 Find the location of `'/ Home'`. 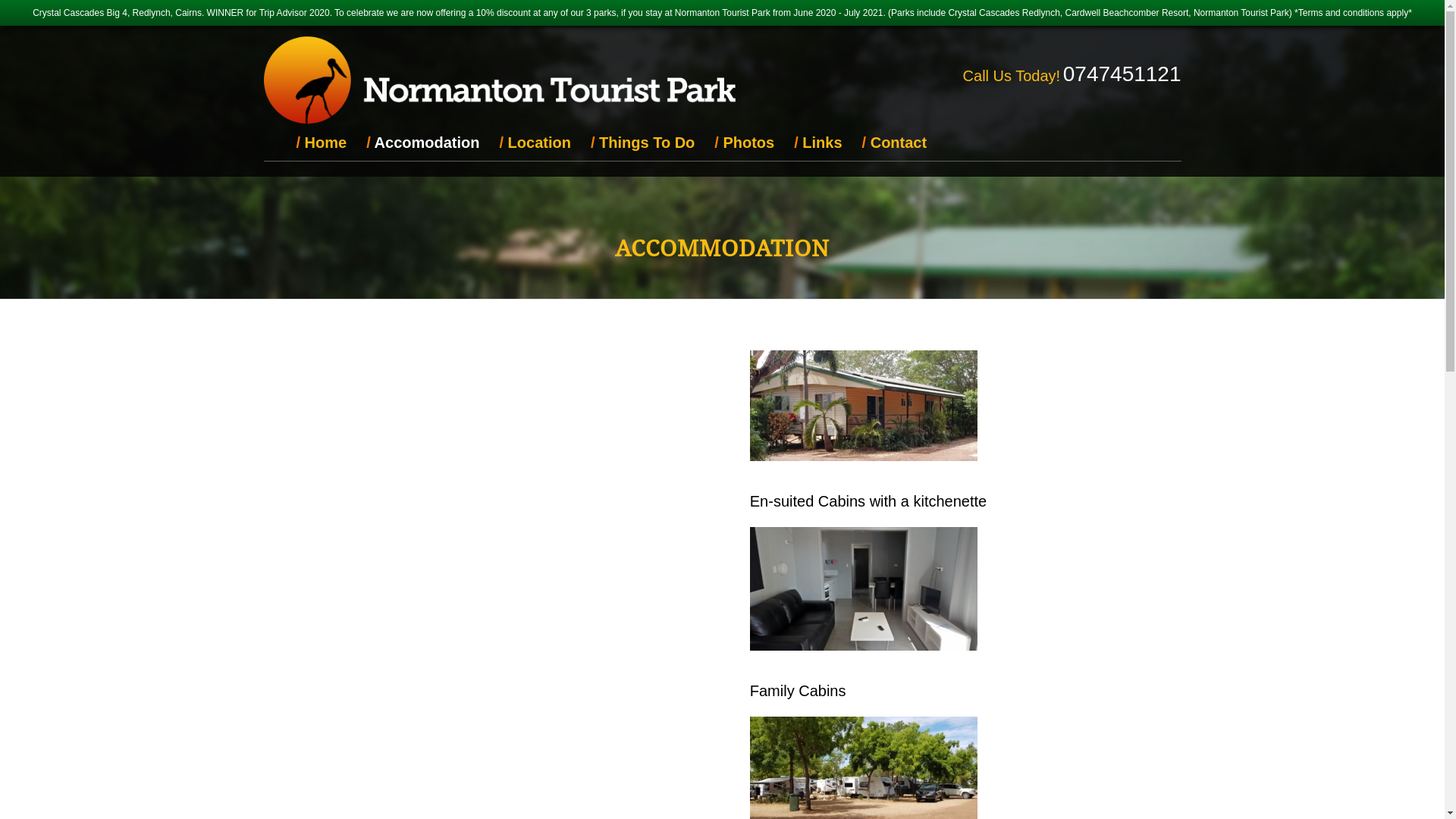

'/ Home' is located at coordinates (321, 143).